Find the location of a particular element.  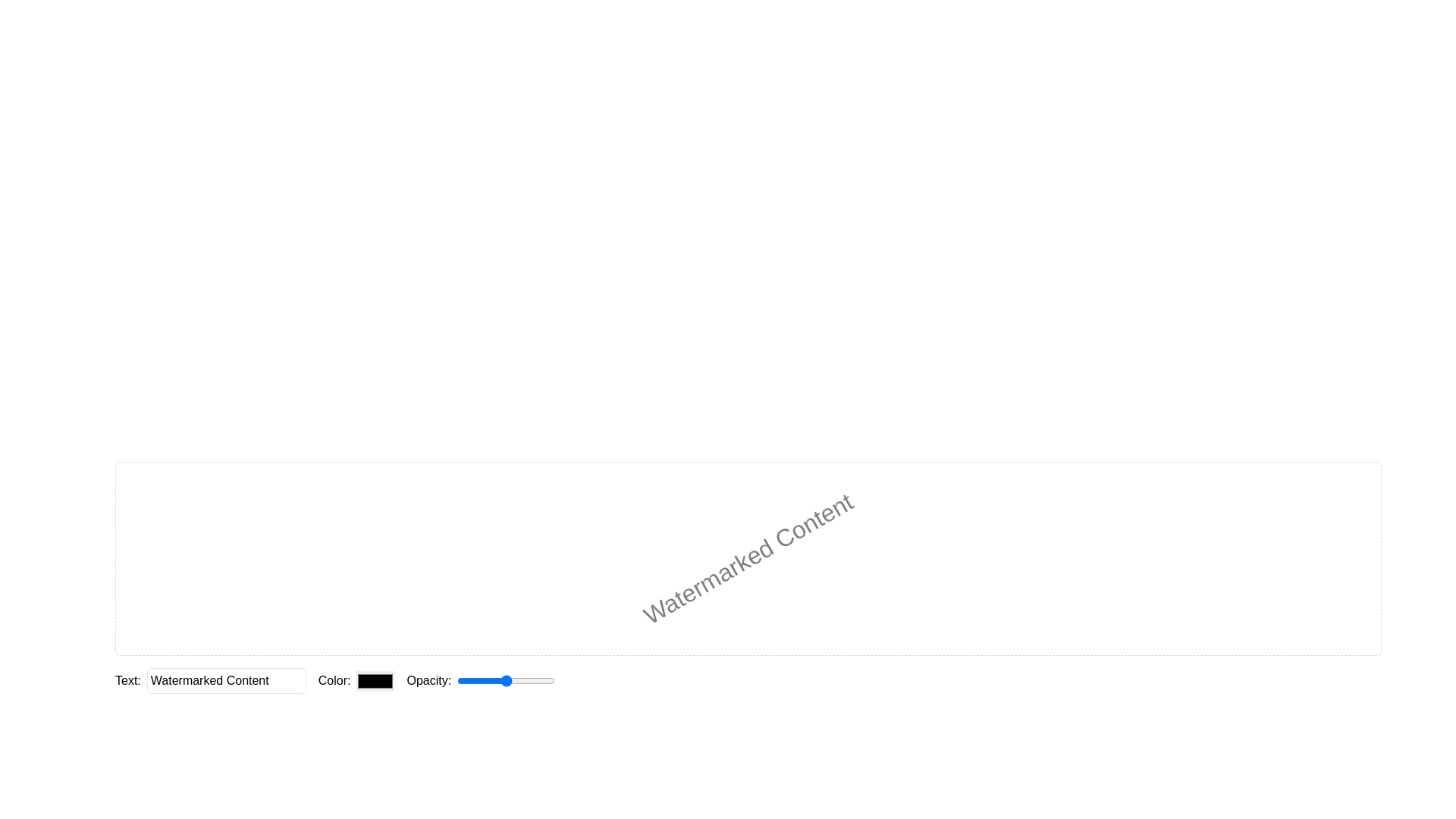

the opacity value is located at coordinates (512, 680).